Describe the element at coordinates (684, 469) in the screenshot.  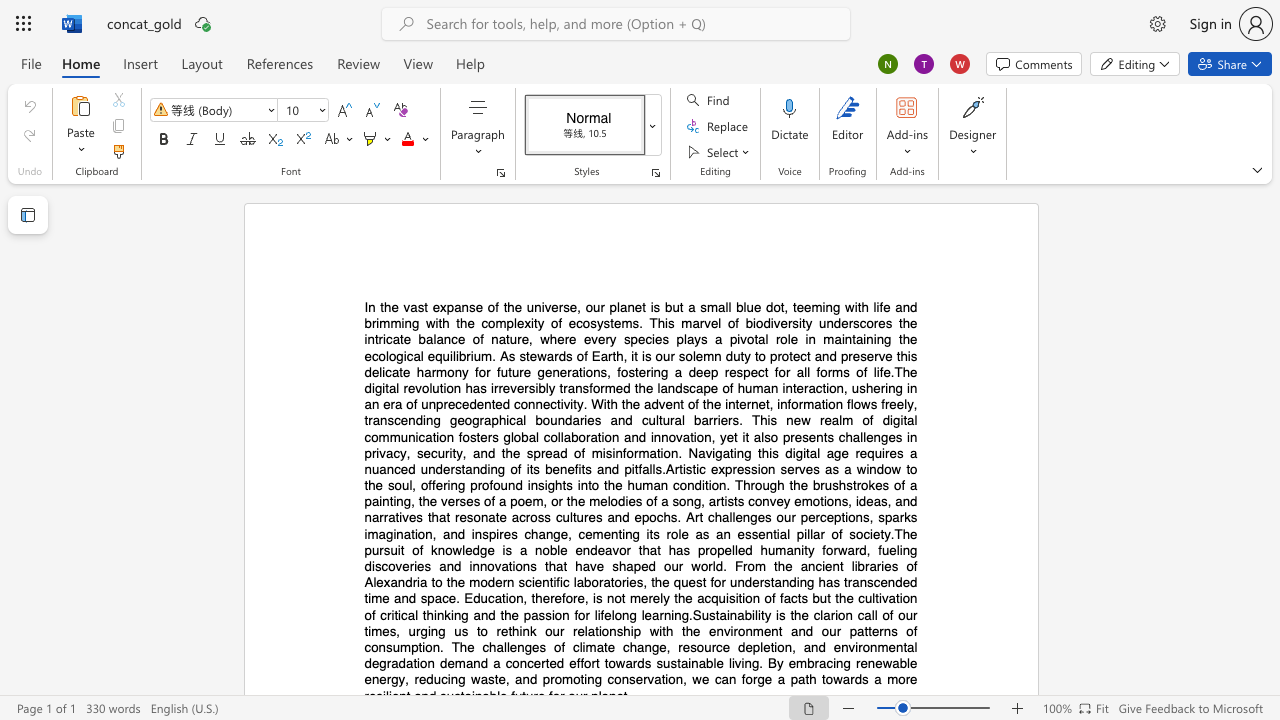
I see `the 2th character "i" in the text` at that location.